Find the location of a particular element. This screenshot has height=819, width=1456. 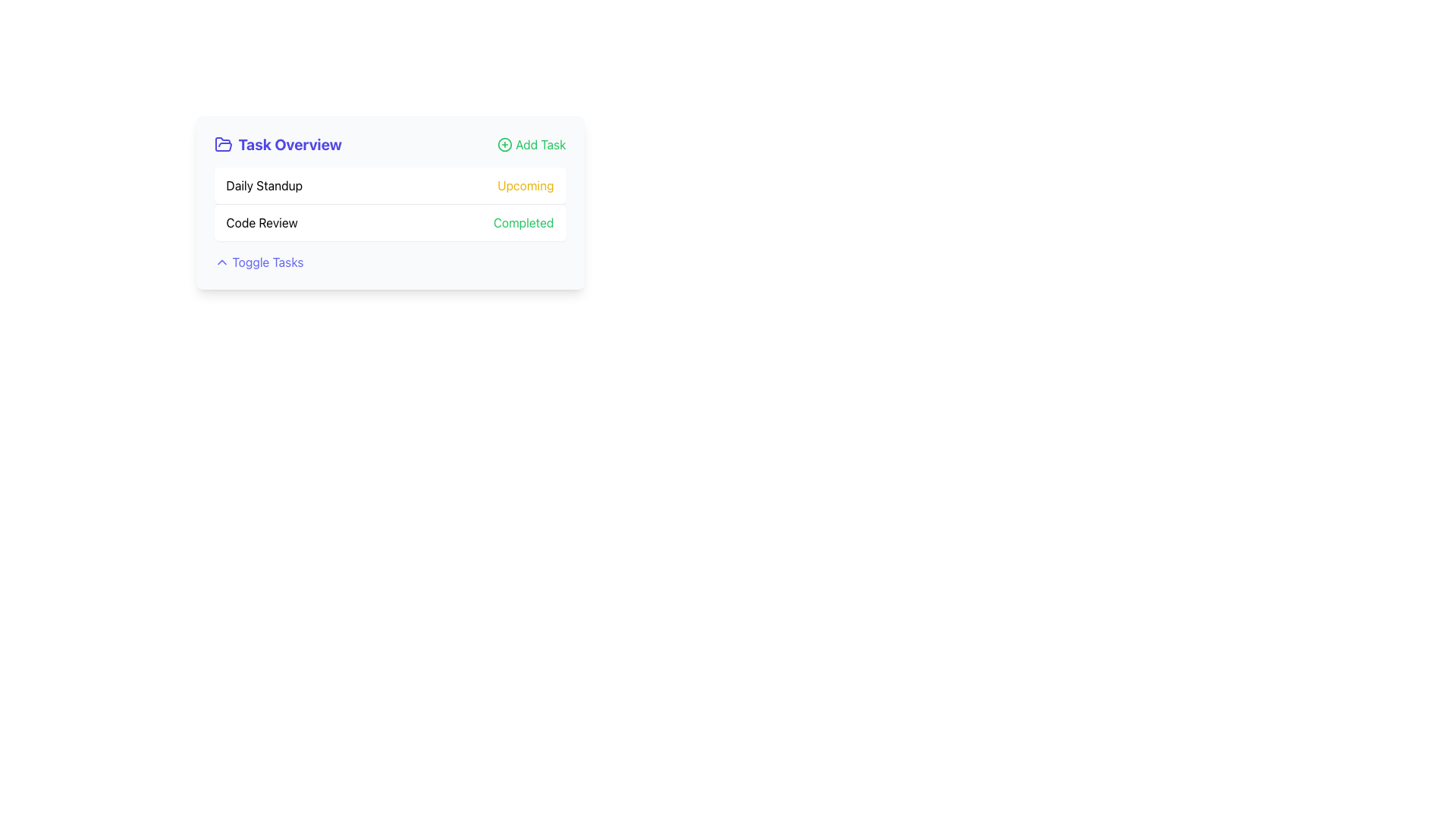

the interactive button for adding a new task located in the top-right corner of the 'Task Overview' section header is located at coordinates (532, 145).